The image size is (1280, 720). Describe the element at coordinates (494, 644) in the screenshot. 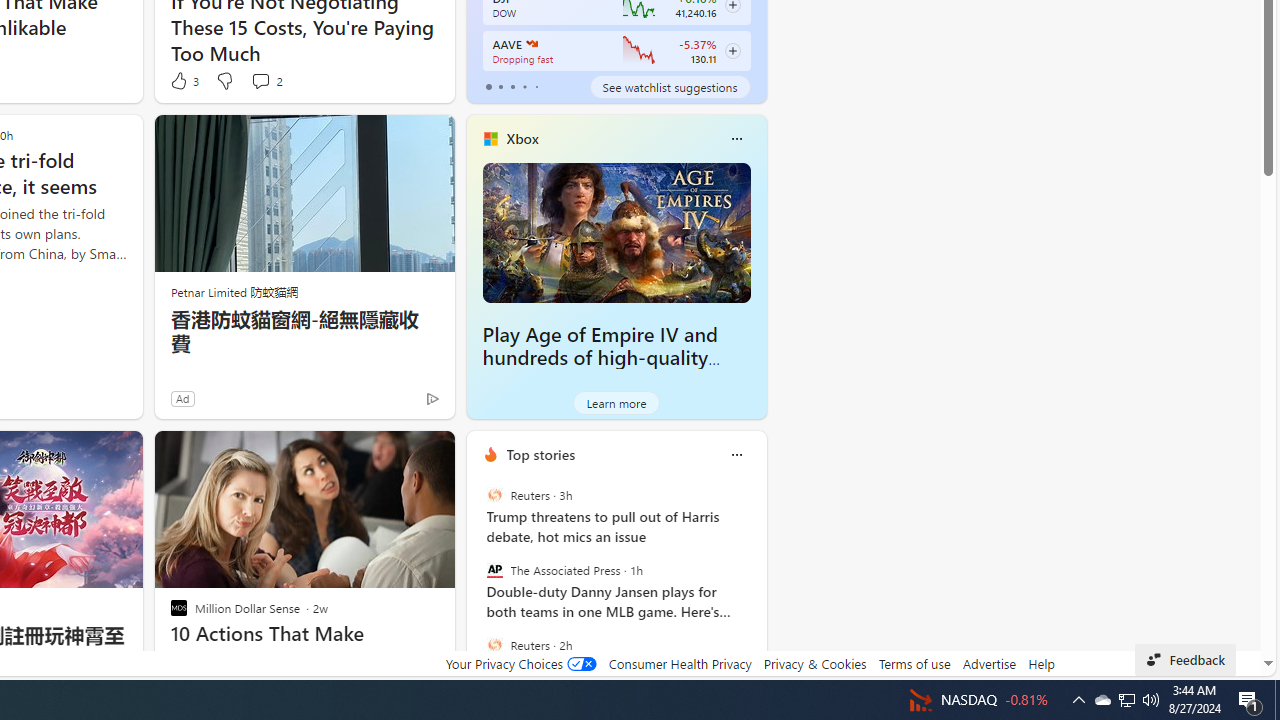

I see `'Reuters'` at that location.